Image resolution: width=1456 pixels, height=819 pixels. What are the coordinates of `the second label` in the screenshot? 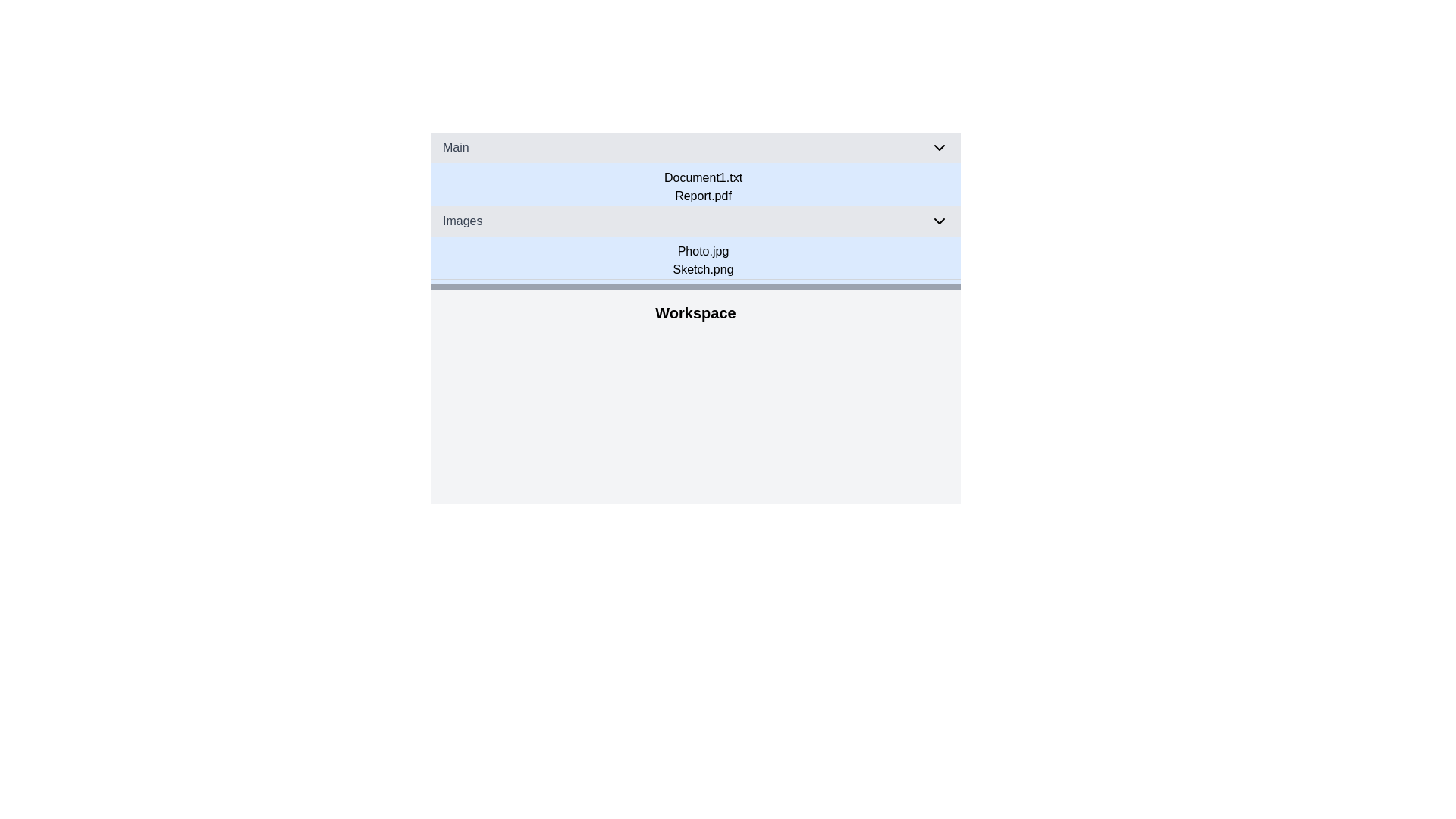 It's located at (702, 195).